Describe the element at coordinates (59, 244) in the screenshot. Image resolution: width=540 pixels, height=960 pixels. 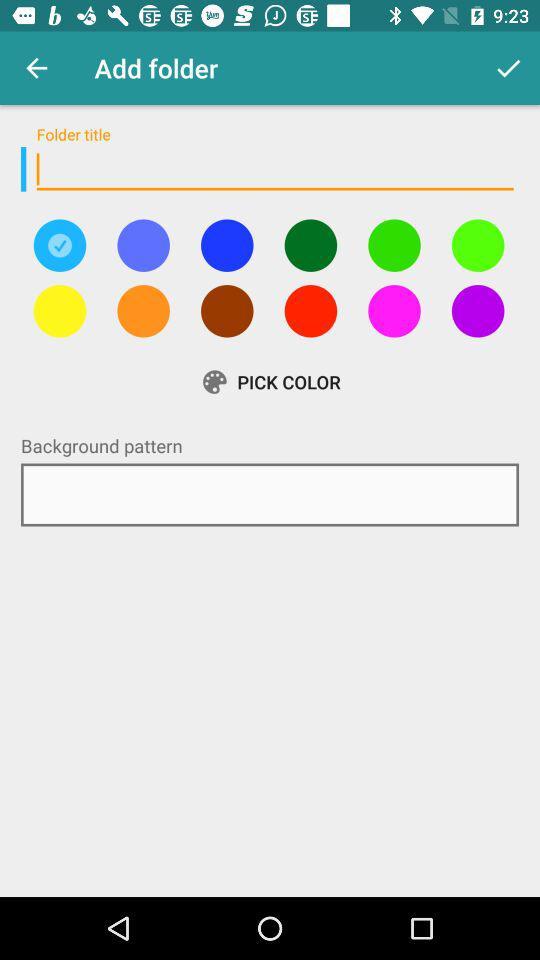
I see `colours` at that location.